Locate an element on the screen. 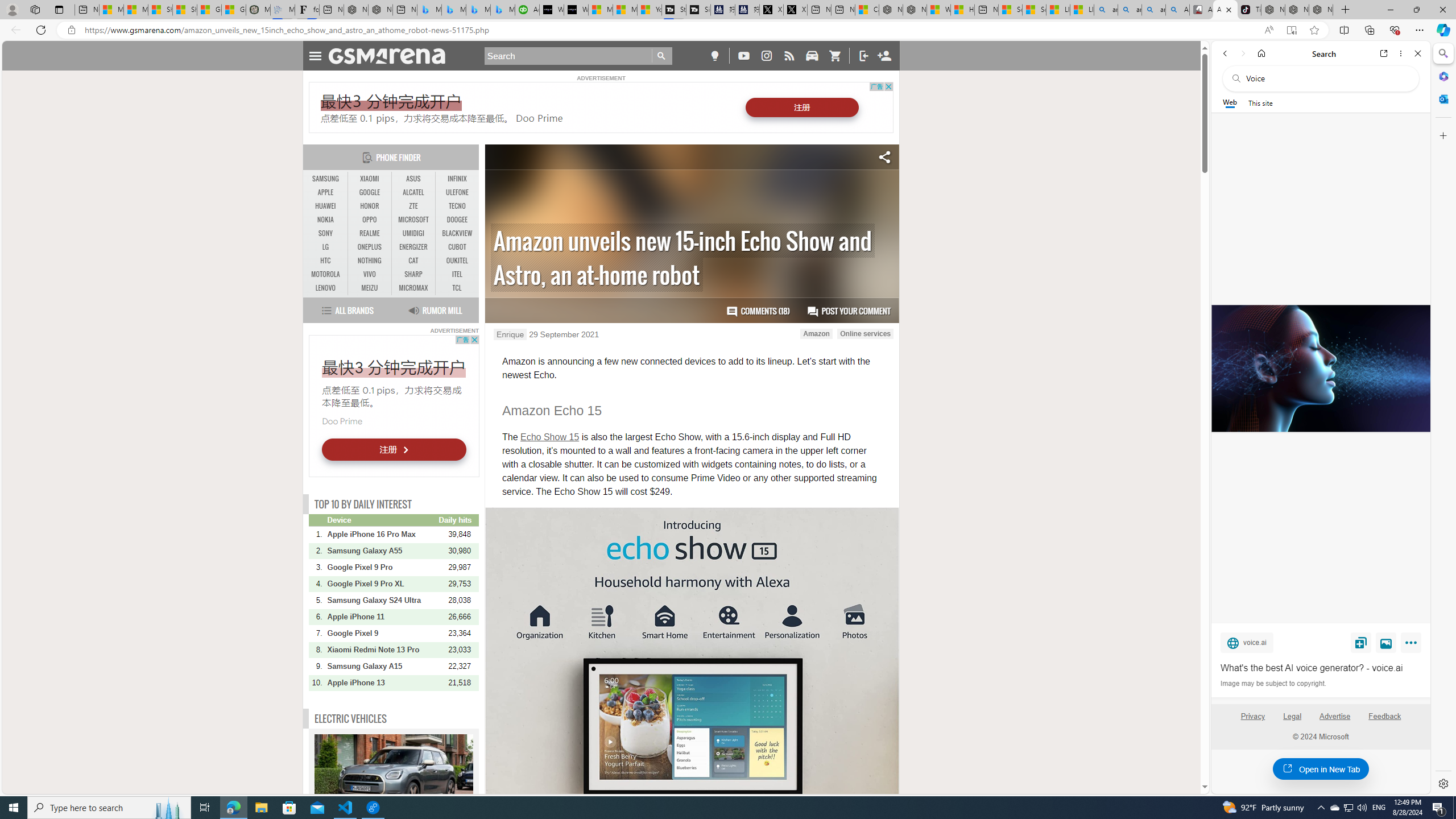 The width and height of the screenshot is (1456, 819). 'UMIDIGI' is located at coordinates (413, 233).